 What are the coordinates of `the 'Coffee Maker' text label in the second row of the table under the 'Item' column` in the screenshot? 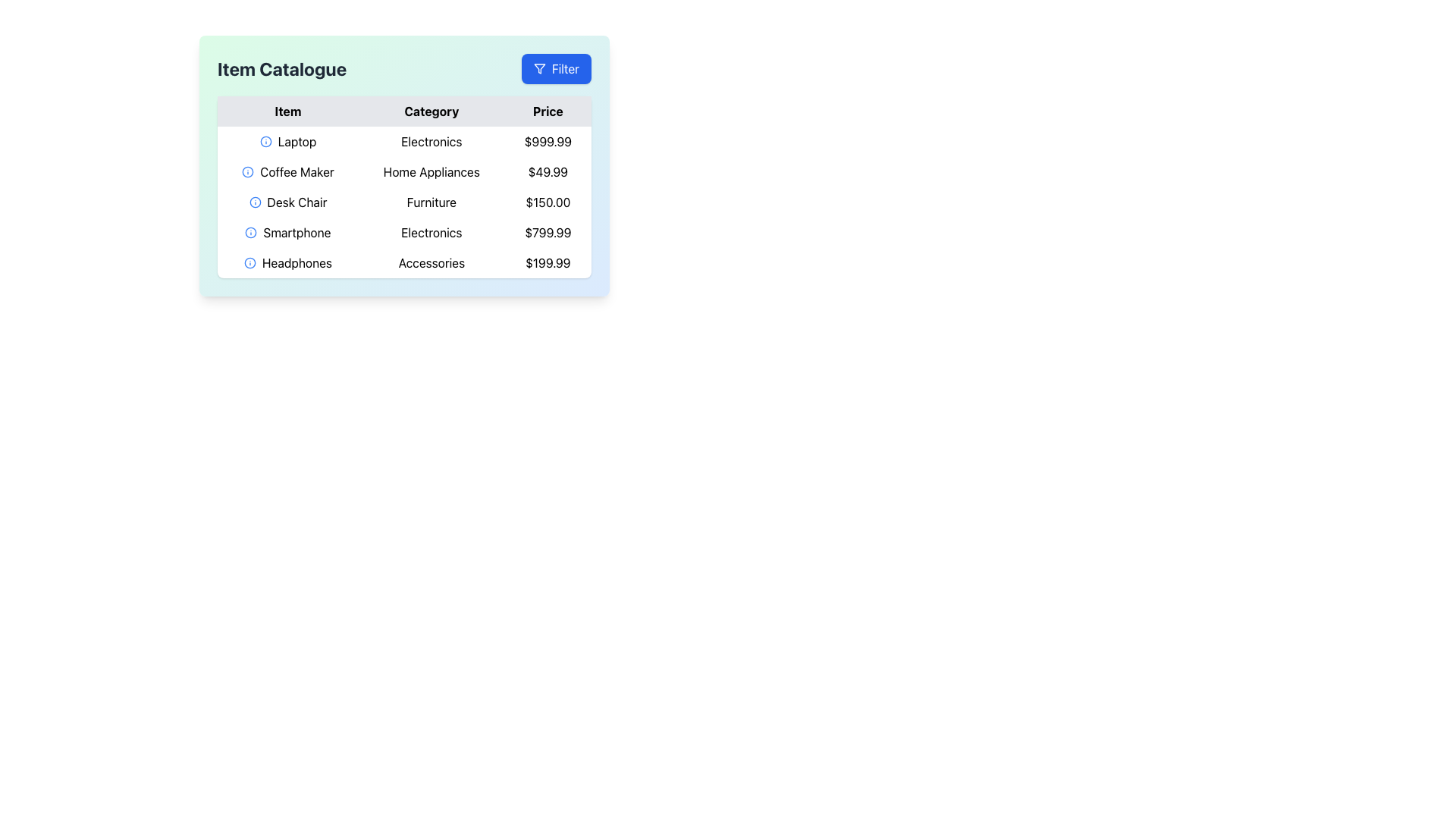 It's located at (287, 171).